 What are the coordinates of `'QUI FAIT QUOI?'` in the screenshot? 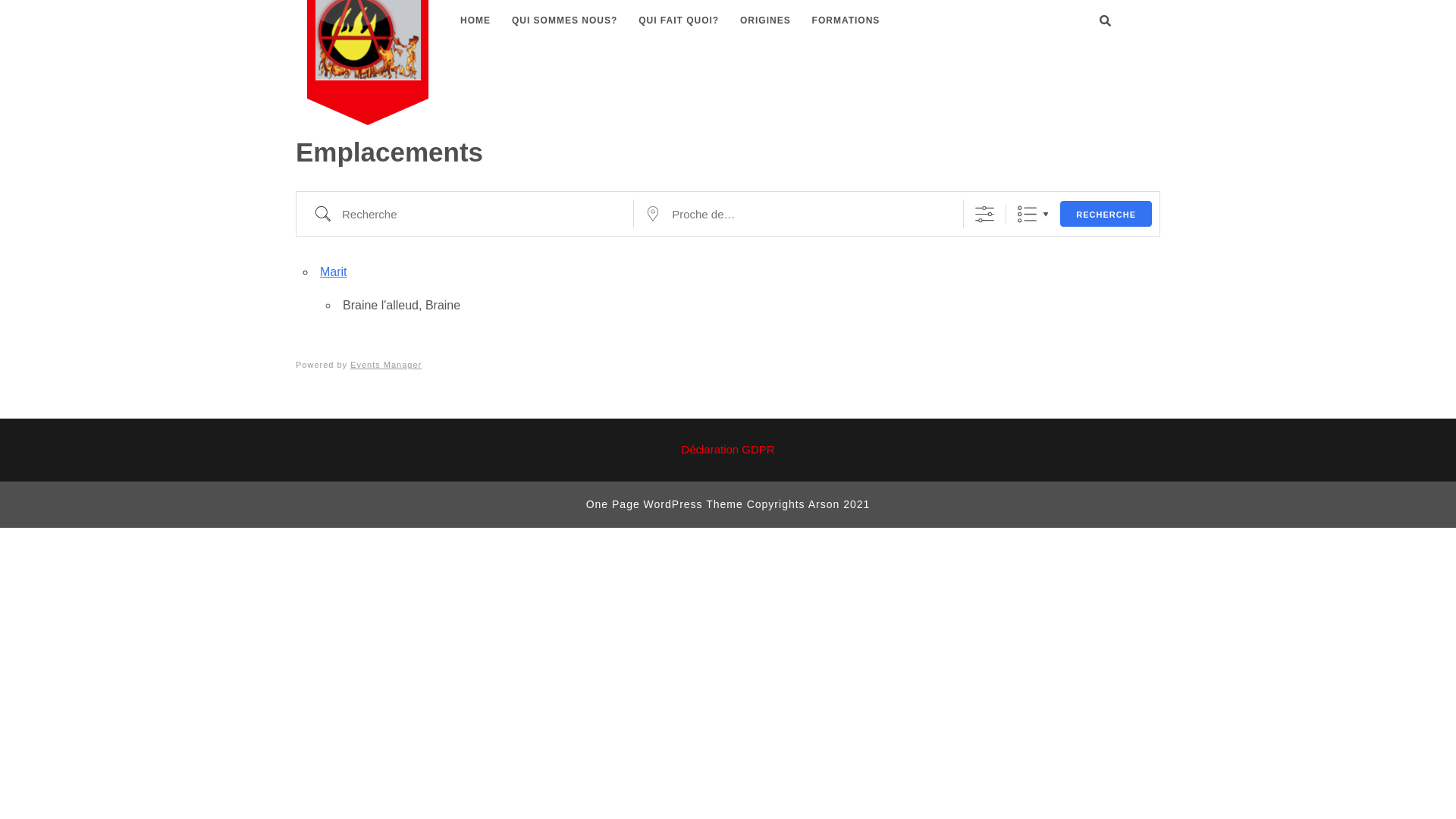 It's located at (677, 20).